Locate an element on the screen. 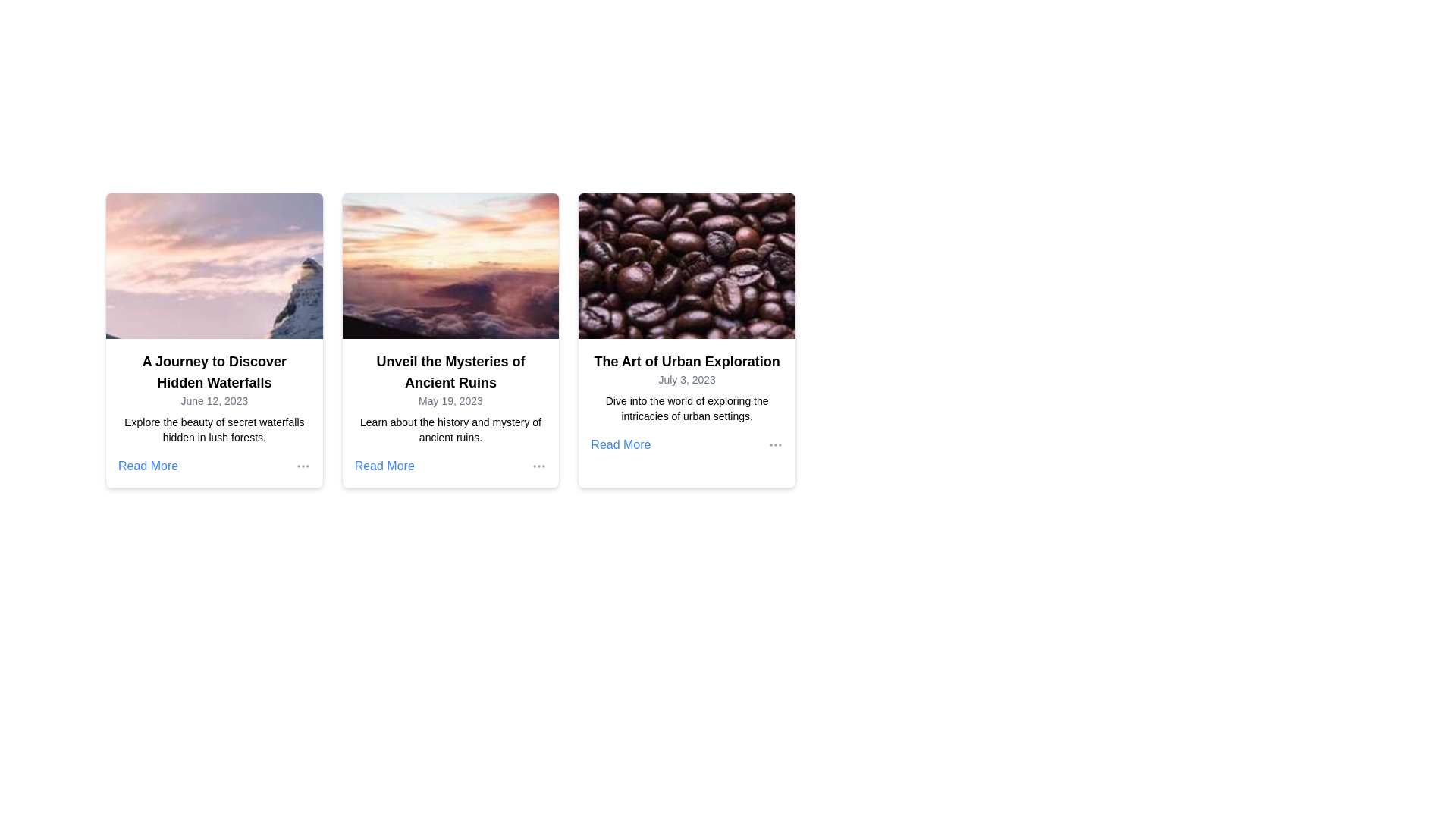 The image size is (1456, 819). the static text field displaying the date 'July 3, 2023' located beneath the header 'The Art of Urban Exploration' is located at coordinates (686, 379).